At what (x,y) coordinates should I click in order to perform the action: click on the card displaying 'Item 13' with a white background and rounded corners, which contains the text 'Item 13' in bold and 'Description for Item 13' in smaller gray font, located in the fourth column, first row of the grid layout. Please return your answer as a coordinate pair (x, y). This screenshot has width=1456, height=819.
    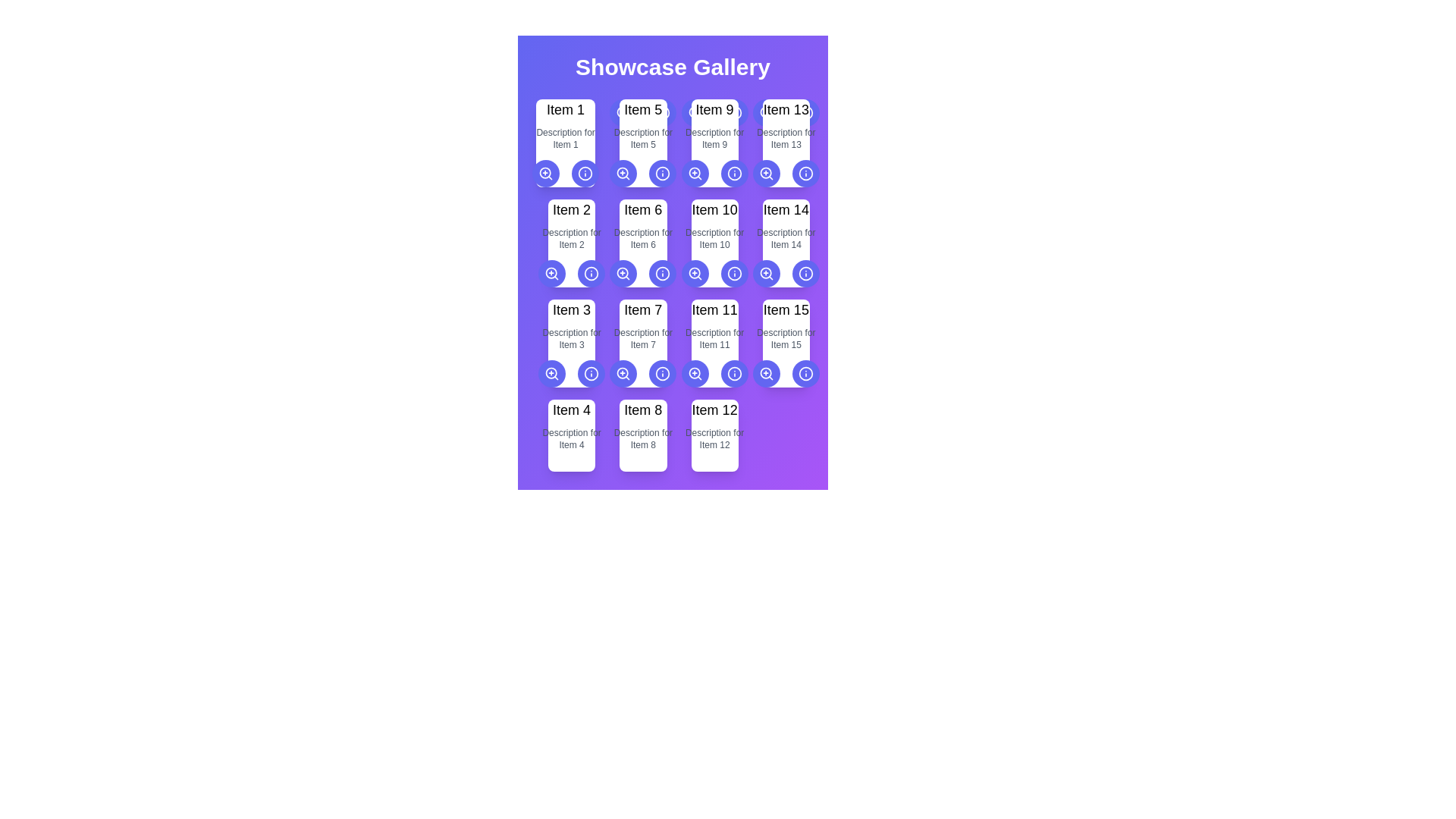
    Looking at the image, I should click on (786, 143).